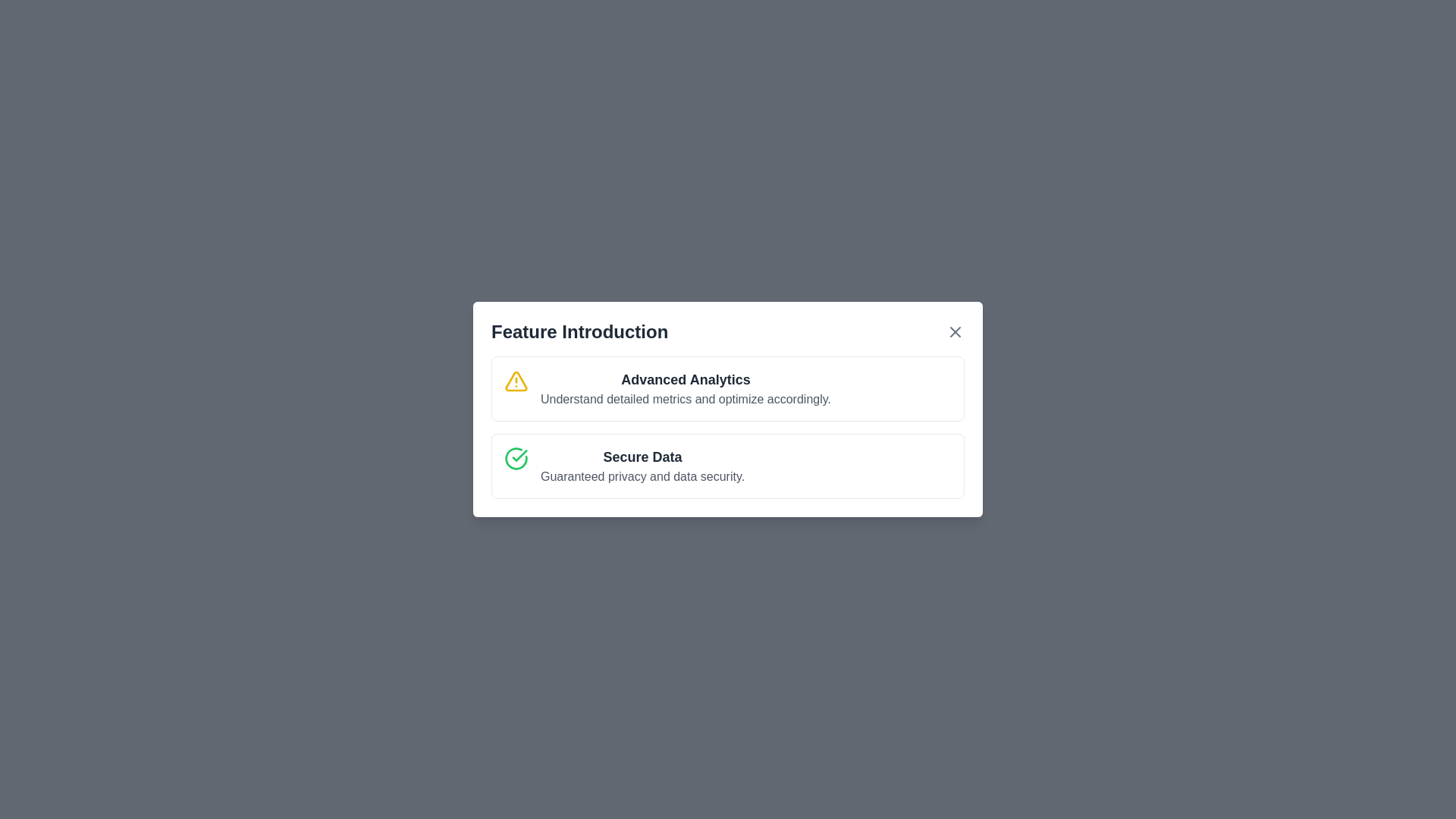 The width and height of the screenshot is (1456, 819). What do you see at coordinates (642, 475) in the screenshot?
I see `the Text Label displaying 'Guaranteed privacy and data security.' located under the 'Secure Data' title in the second card` at bounding box center [642, 475].